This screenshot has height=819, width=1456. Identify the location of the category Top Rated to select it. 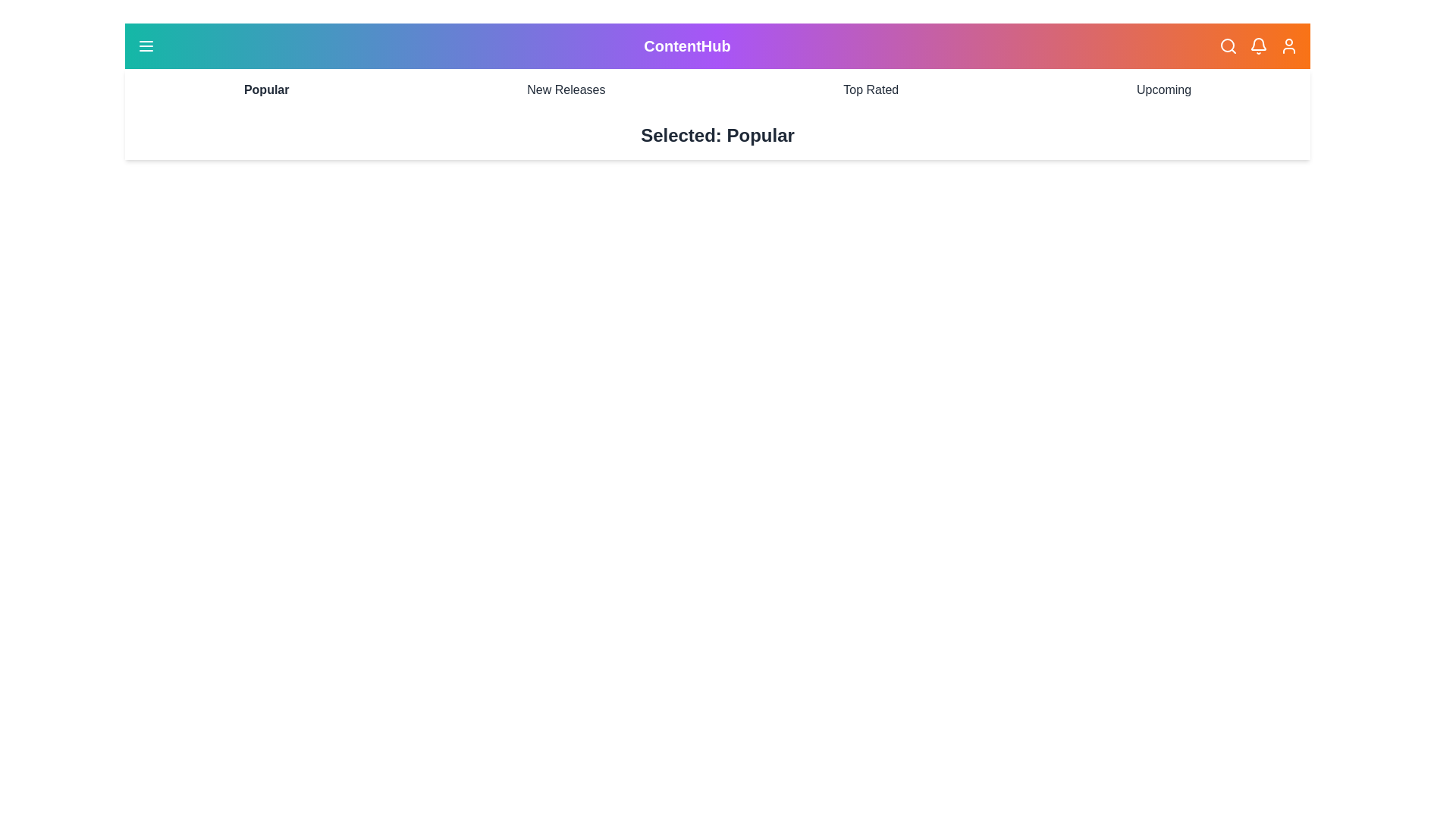
(871, 90).